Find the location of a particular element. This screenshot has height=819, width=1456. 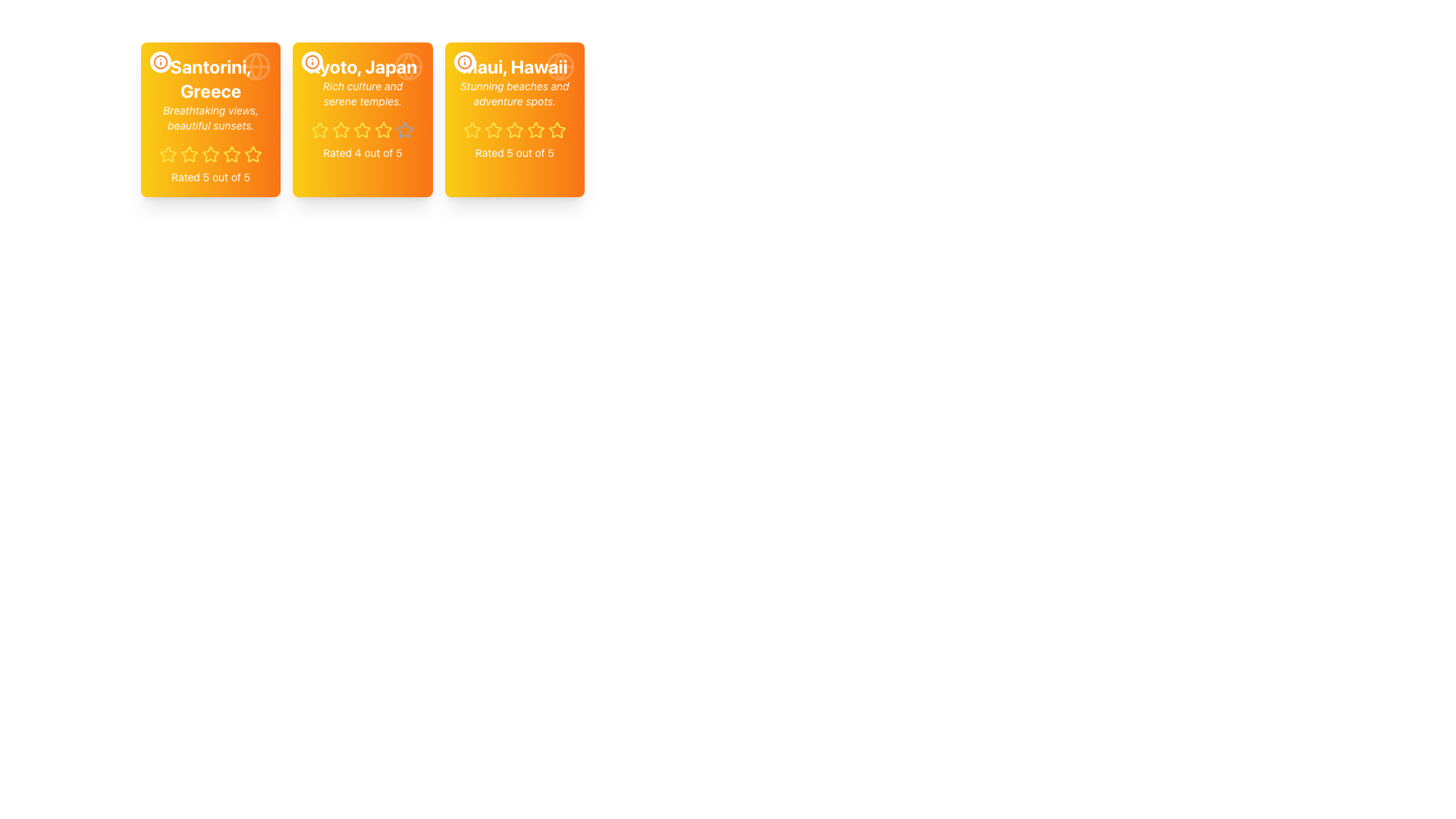

the first star icon in the rating row below the 'Santorini, Greece' card to rate 1 out of 5 is located at coordinates (168, 155).